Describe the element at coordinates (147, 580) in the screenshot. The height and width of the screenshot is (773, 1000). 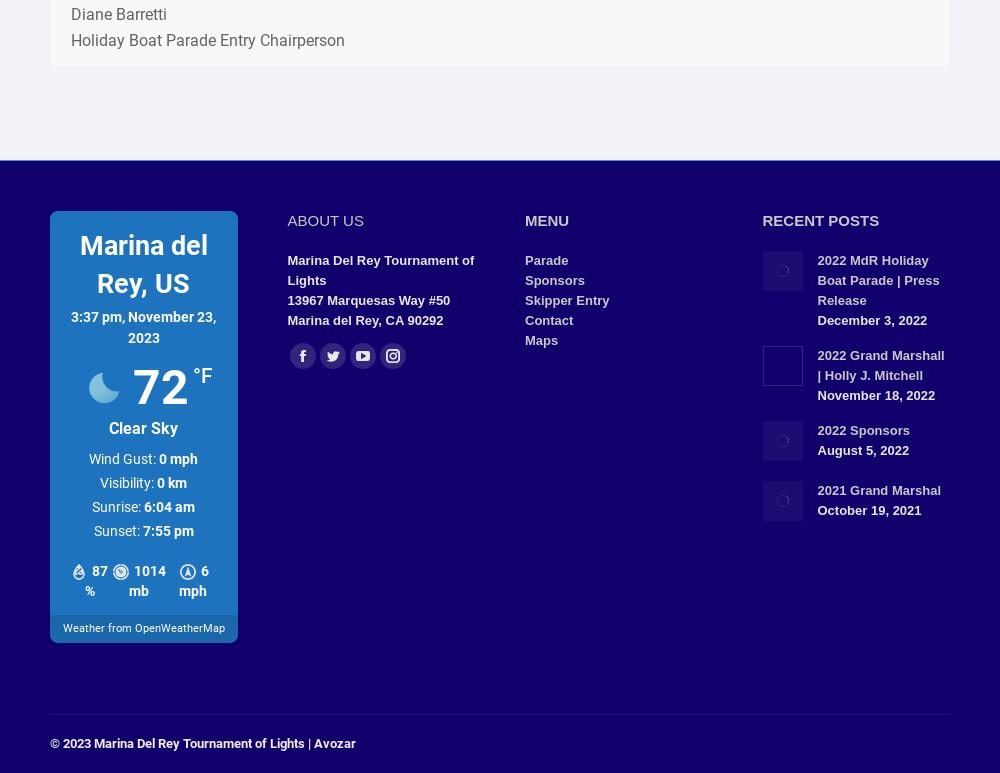
I see `'1014 mb'` at that location.